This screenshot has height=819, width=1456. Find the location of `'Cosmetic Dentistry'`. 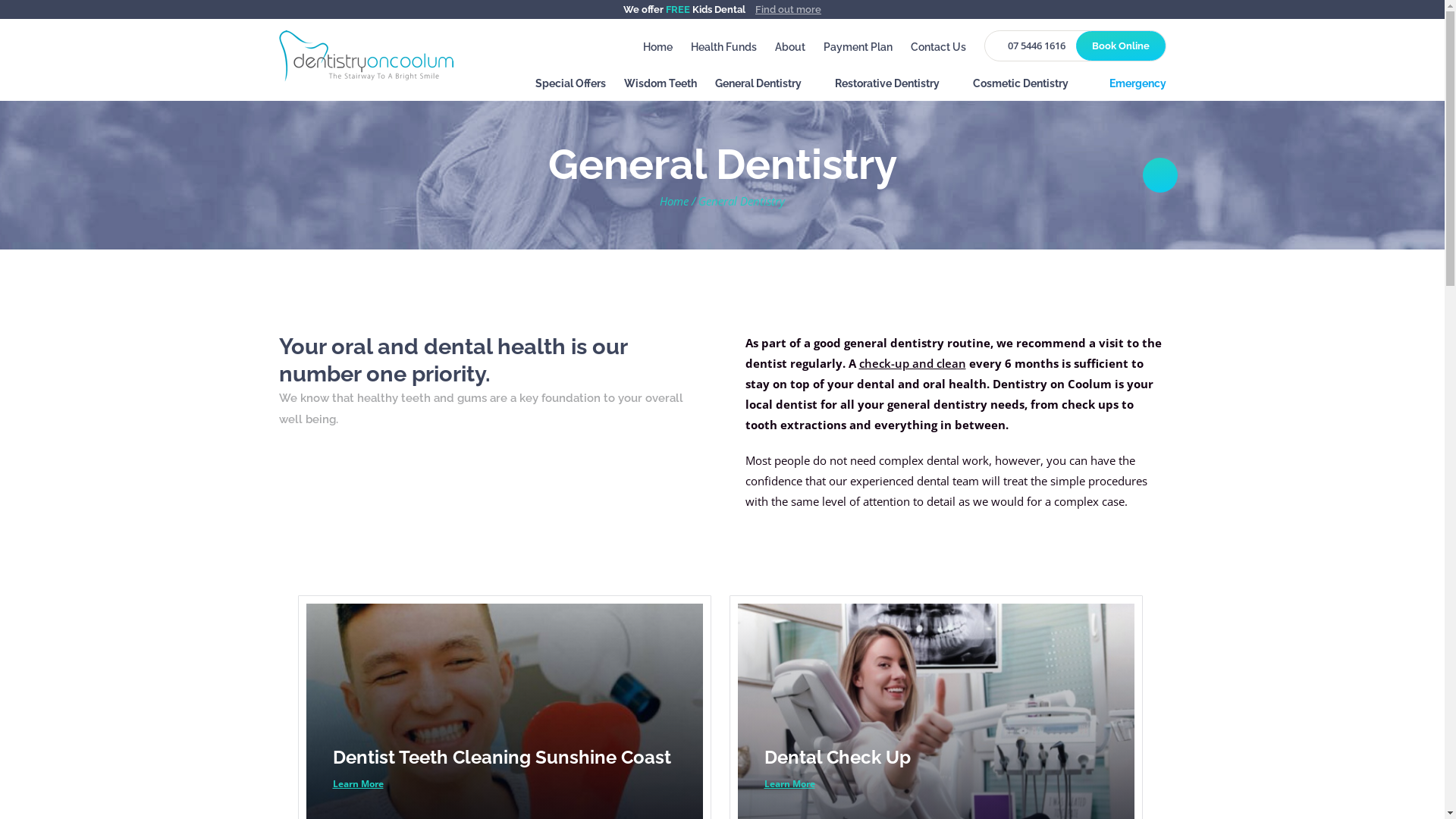

'Cosmetic Dentistry' is located at coordinates (971, 87).